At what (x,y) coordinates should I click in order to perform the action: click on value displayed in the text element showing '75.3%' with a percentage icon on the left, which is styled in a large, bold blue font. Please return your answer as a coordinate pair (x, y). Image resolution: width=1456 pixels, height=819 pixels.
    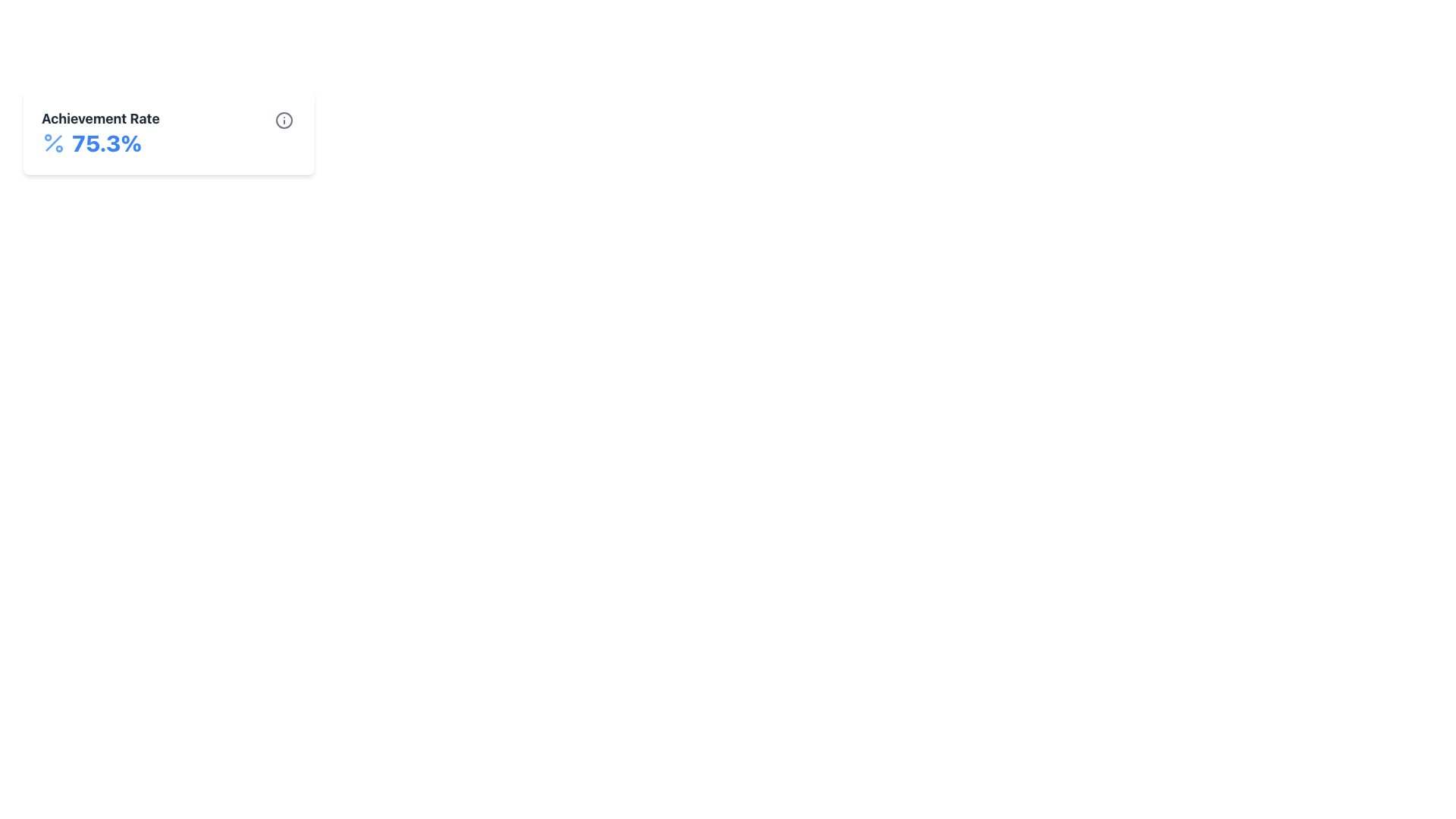
    Looking at the image, I should click on (99, 143).